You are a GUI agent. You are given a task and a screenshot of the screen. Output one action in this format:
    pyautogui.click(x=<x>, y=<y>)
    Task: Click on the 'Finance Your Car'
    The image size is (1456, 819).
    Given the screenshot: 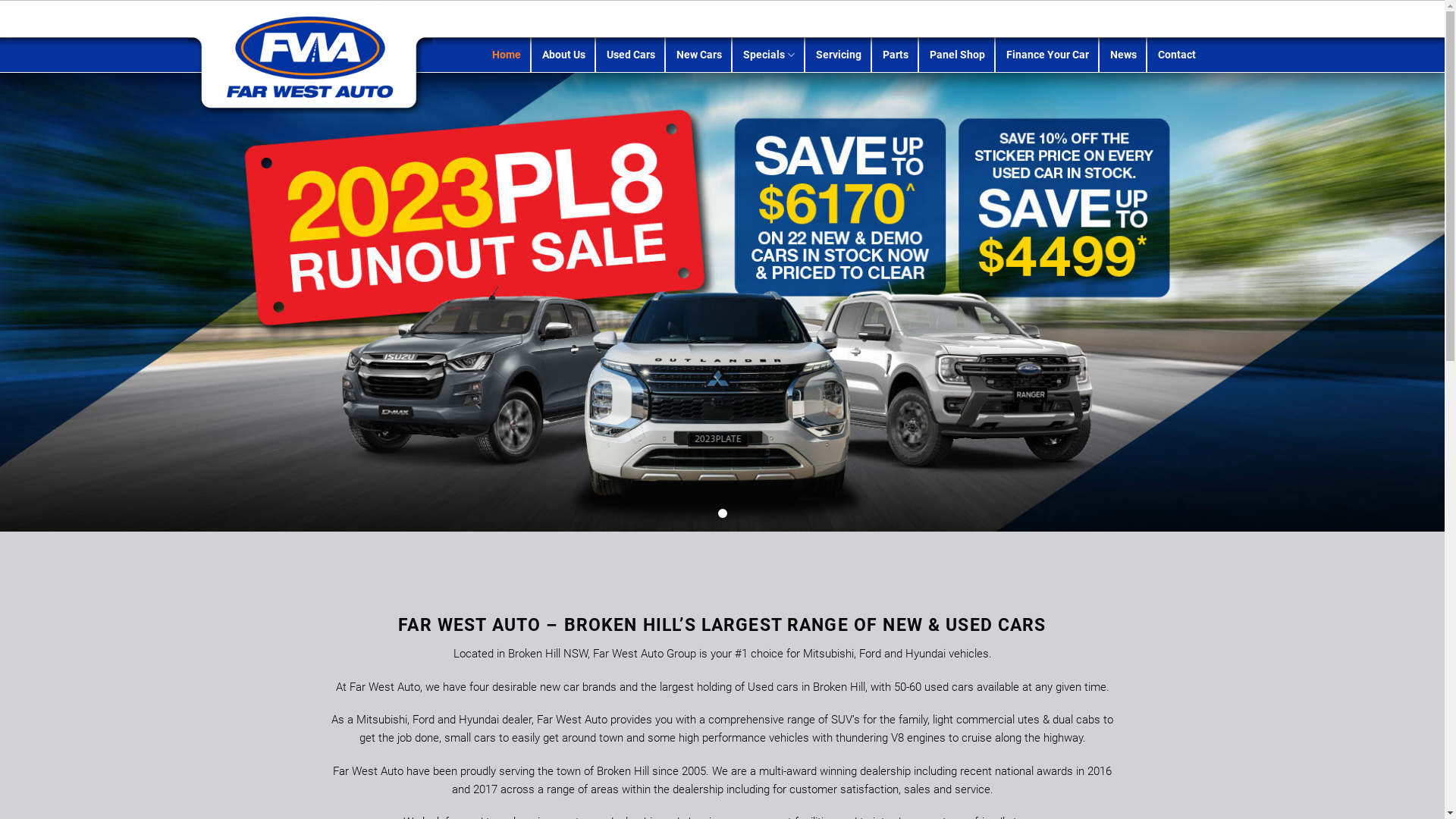 What is the action you would take?
    pyautogui.click(x=1006, y=54)
    